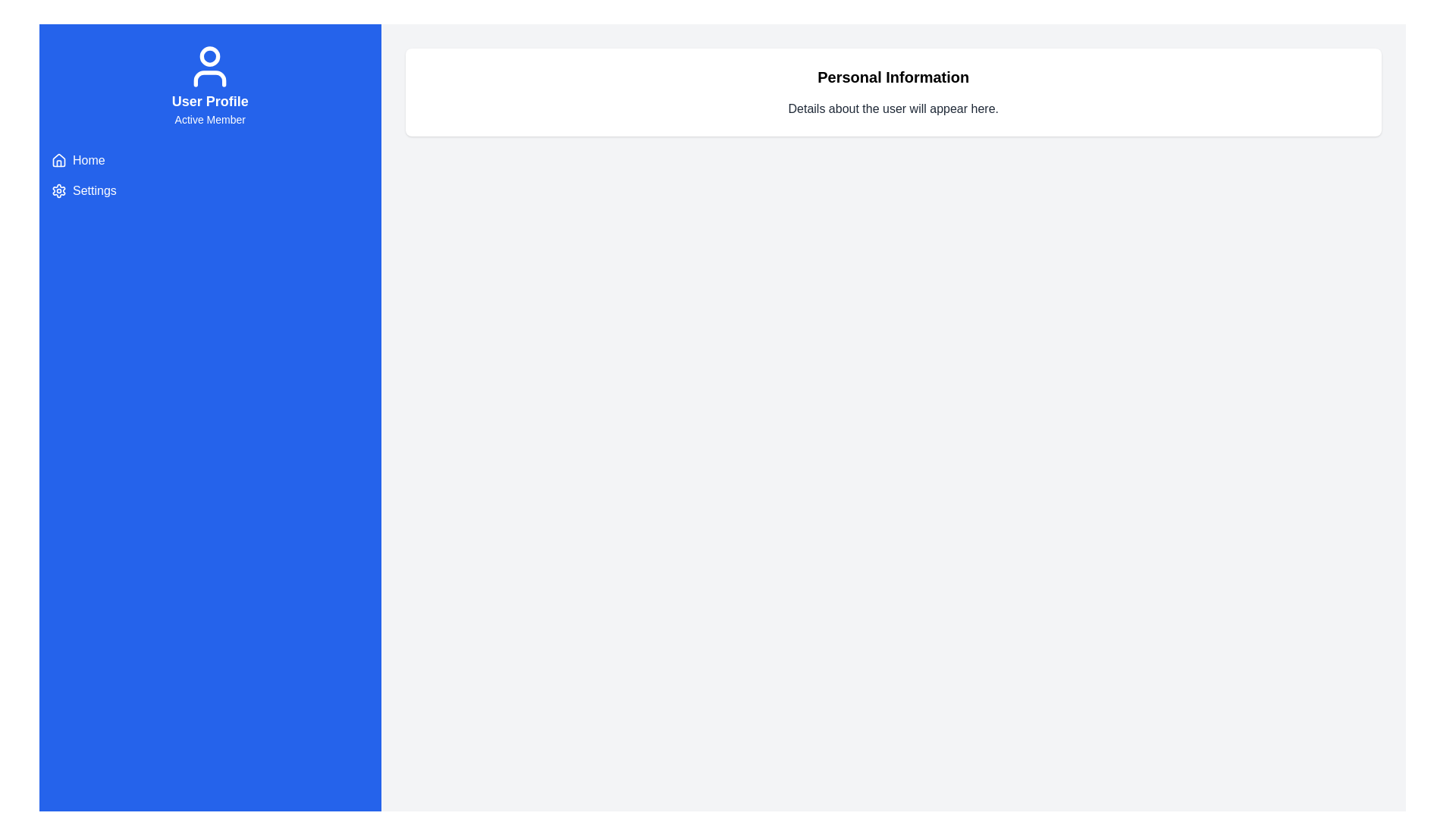 This screenshot has height=819, width=1456. I want to click on the 'Home' navigation icon located at the top left of the sidebar, which visually represents the Home option, so click(58, 160).